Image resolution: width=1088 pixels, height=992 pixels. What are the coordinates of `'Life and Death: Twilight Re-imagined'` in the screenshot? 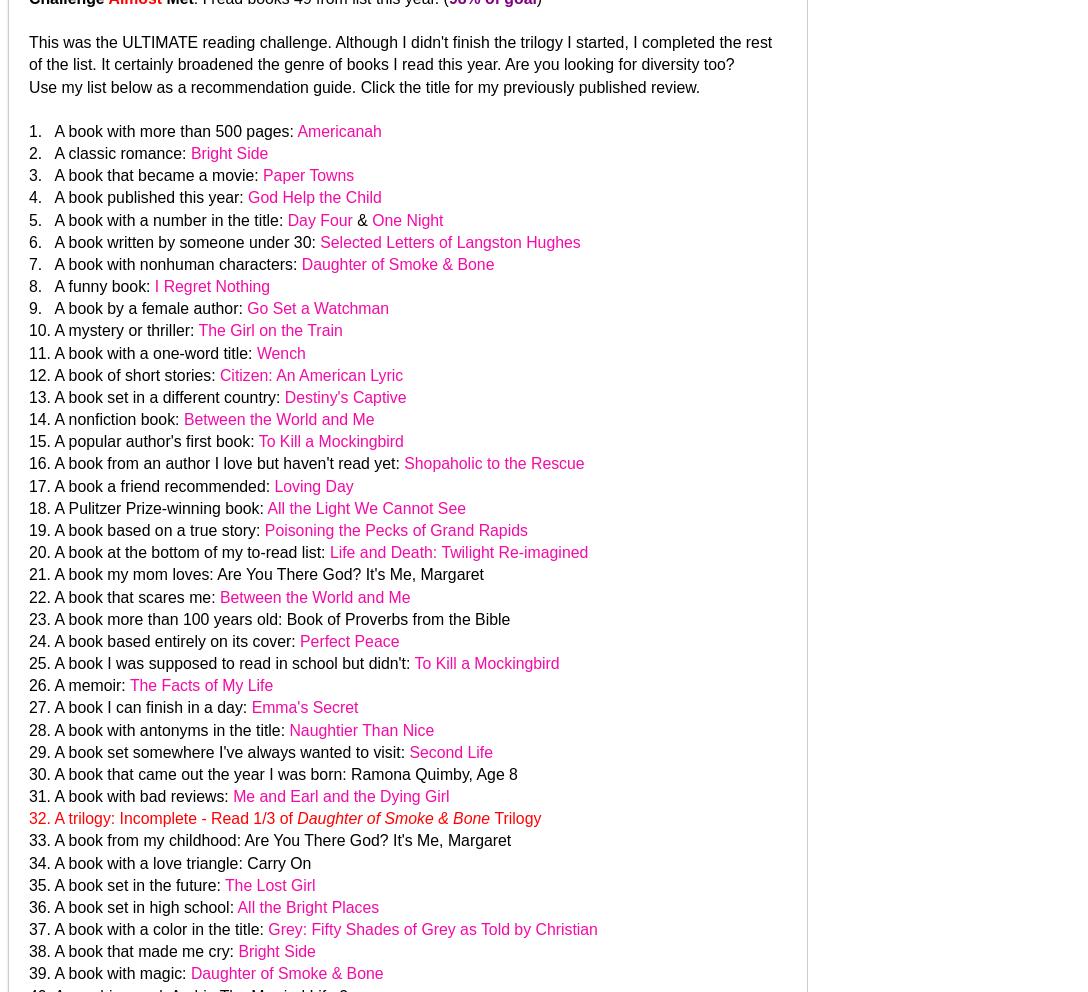 It's located at (457, 552).